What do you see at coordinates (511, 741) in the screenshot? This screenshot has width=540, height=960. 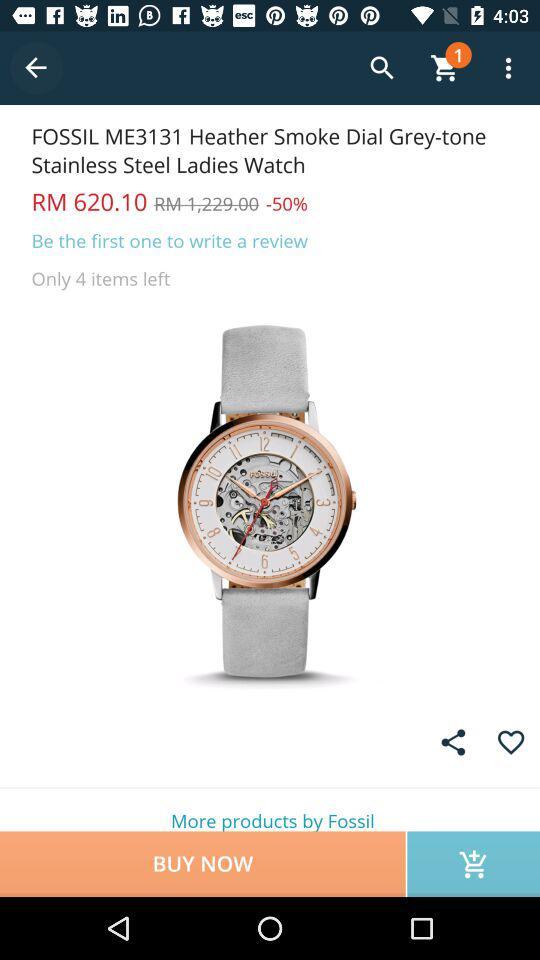 I see `the favorite icon` at bounding box center [511, 741].